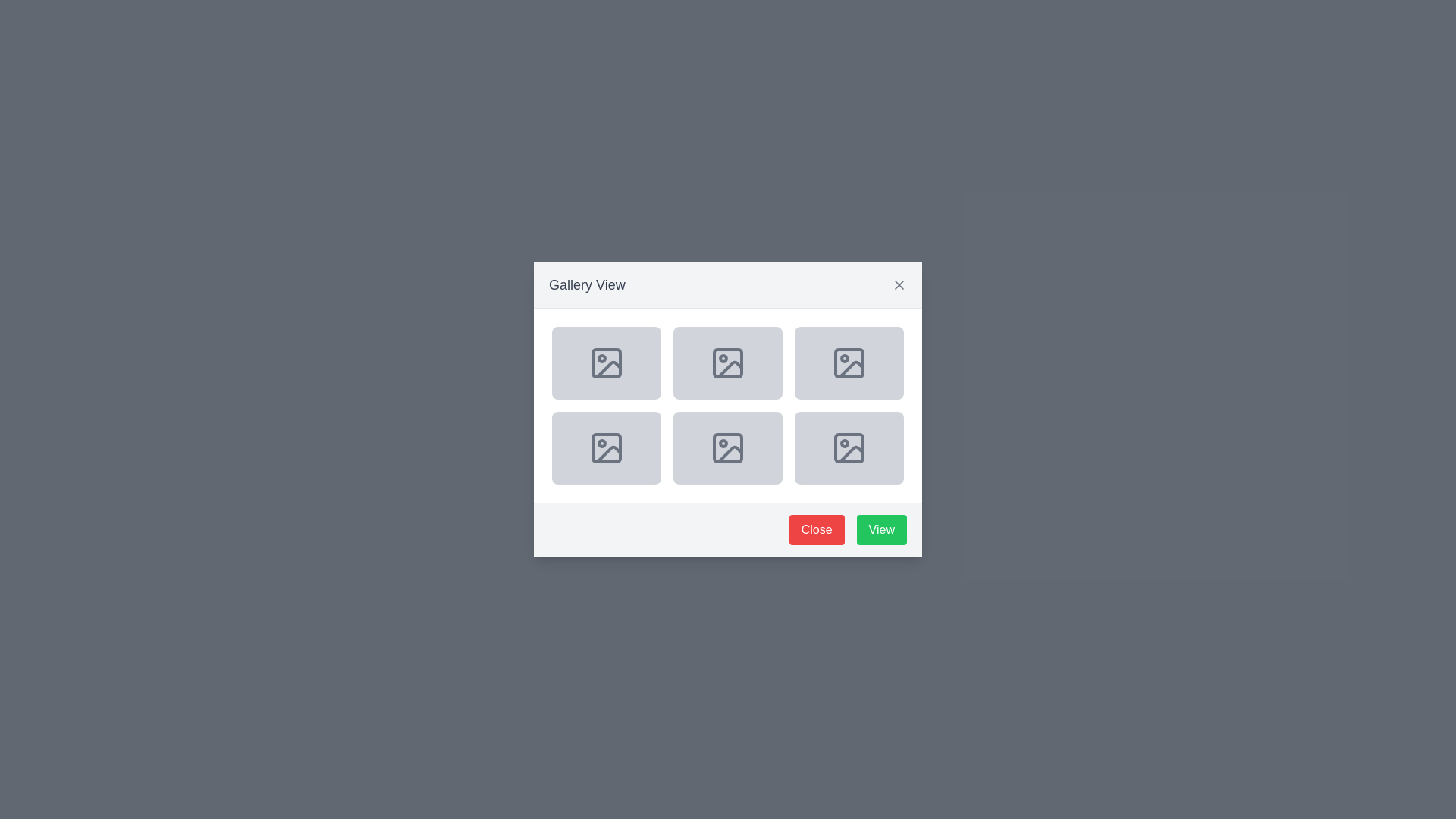 This screenshot has width=1456, height=819. I want to click on the image placeholder icon located, so click(607, 447).